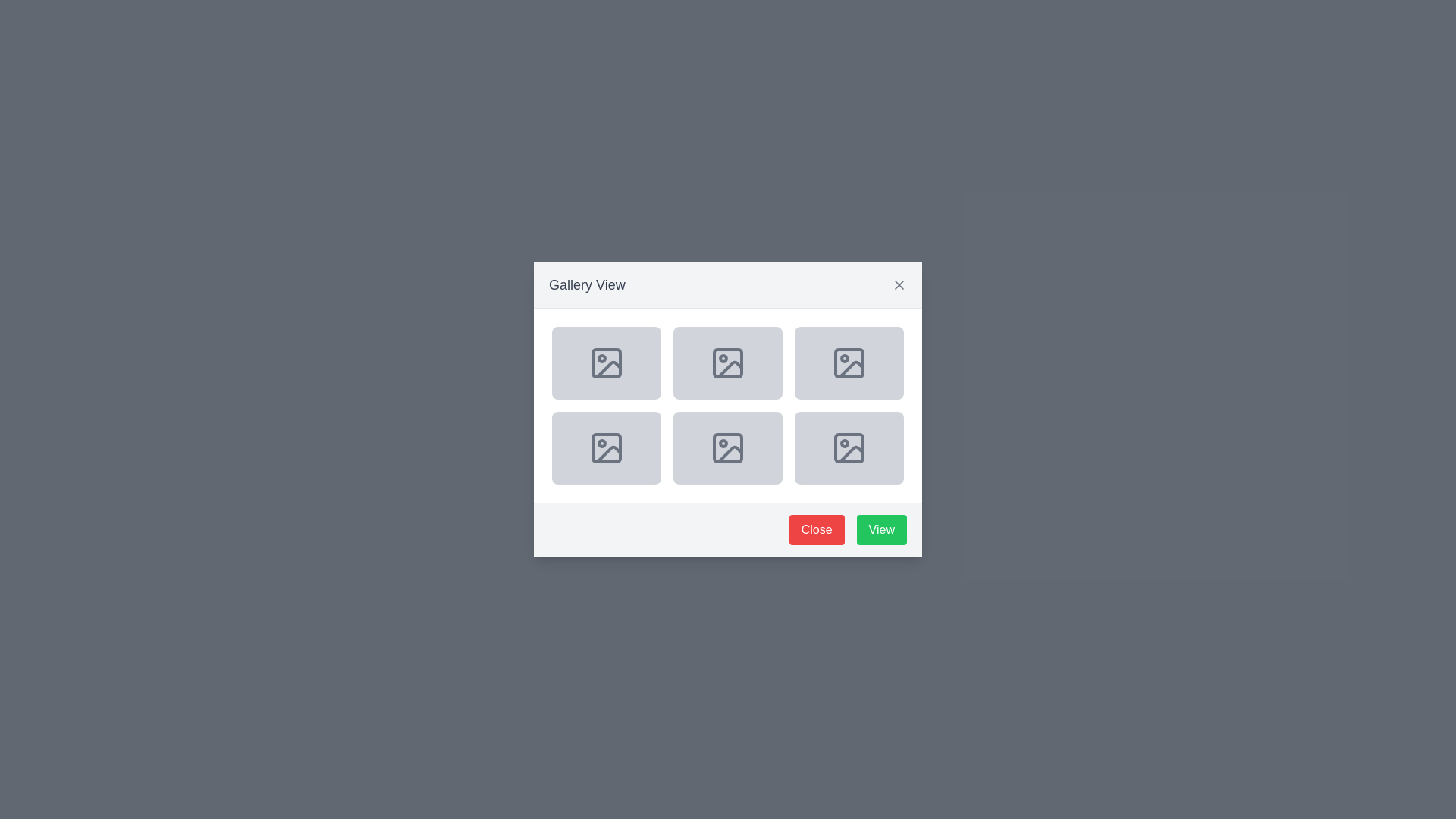 This screenshot has width=1456, height=819. I want to click on the image placeholder icon located, so click(607, 447).